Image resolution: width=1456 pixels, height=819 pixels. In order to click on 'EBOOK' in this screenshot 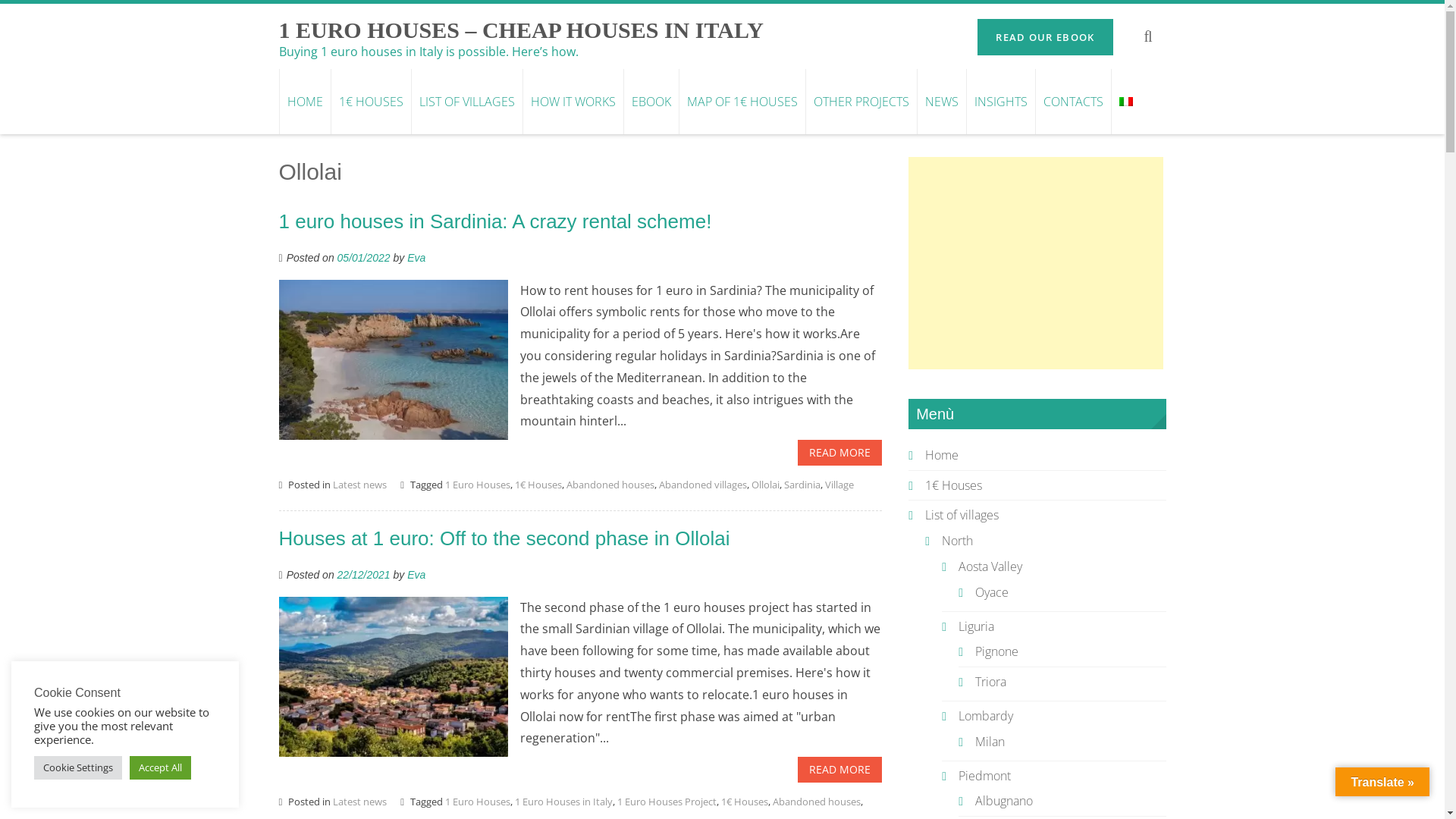, I will do `click(651, 102)`.